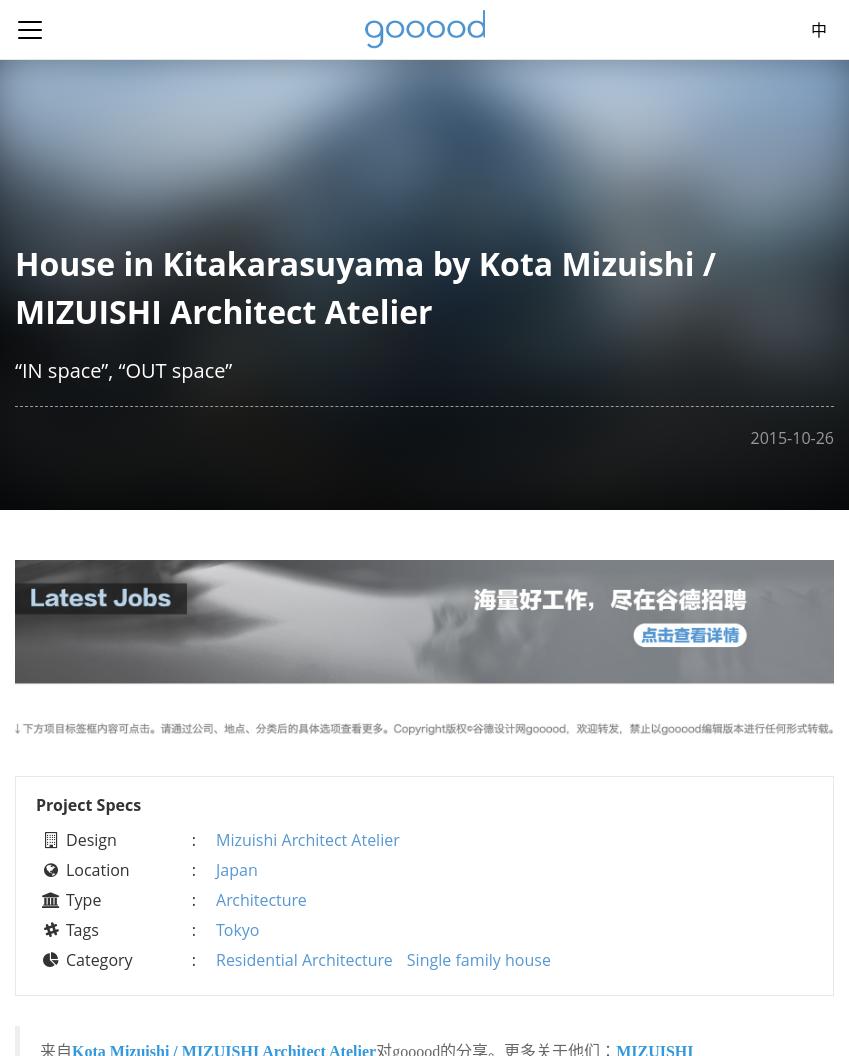 This screenshot has height=1056, width=849. What do you see at coordinates (96, 867) in the screenshot?
I see `'Location'` at bounding box center [96, 867].